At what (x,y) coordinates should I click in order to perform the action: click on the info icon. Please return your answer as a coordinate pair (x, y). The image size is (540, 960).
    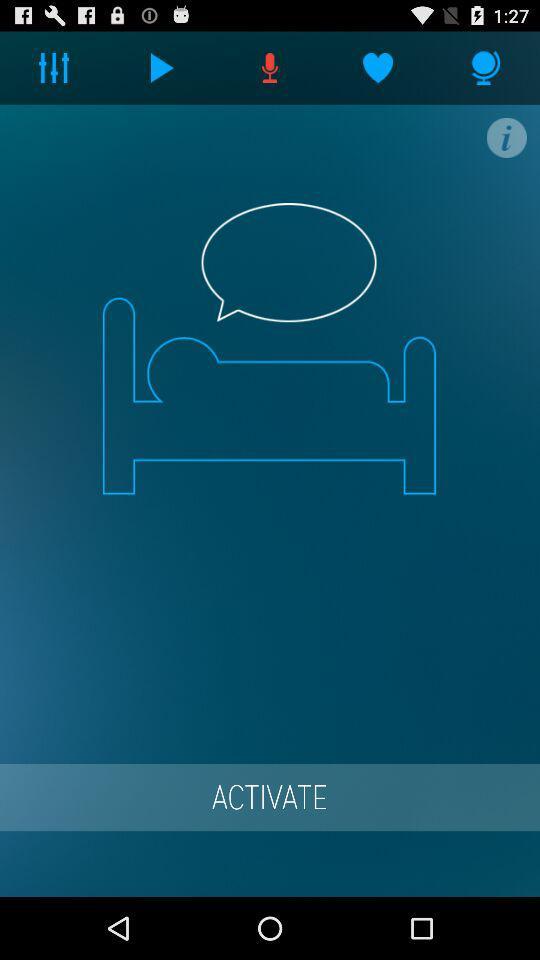
    Looking at the image, I should click on (505, 146).